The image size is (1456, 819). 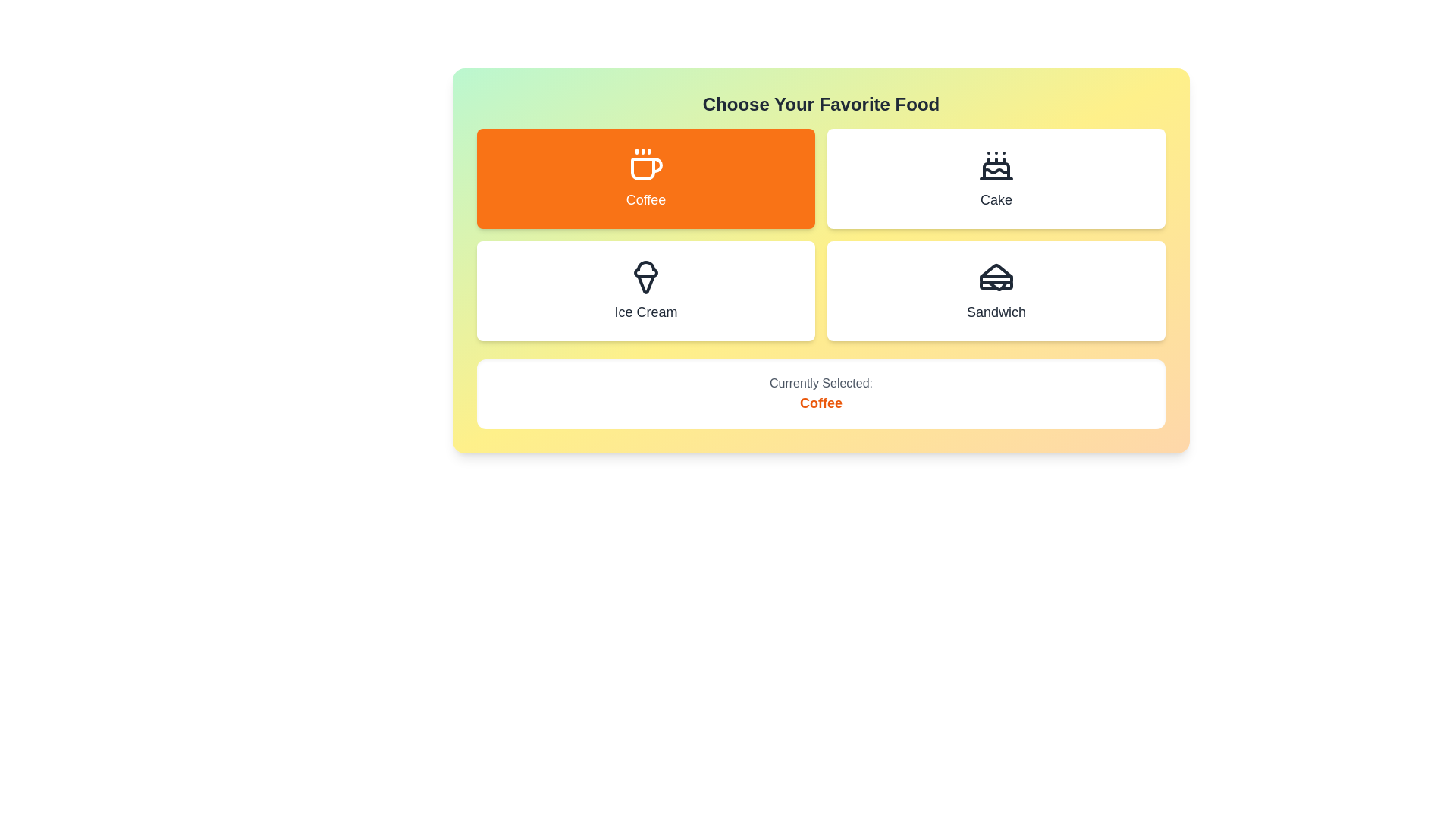 I want to click on the category button corresponding to Coffee, so click(x=645, y=177).